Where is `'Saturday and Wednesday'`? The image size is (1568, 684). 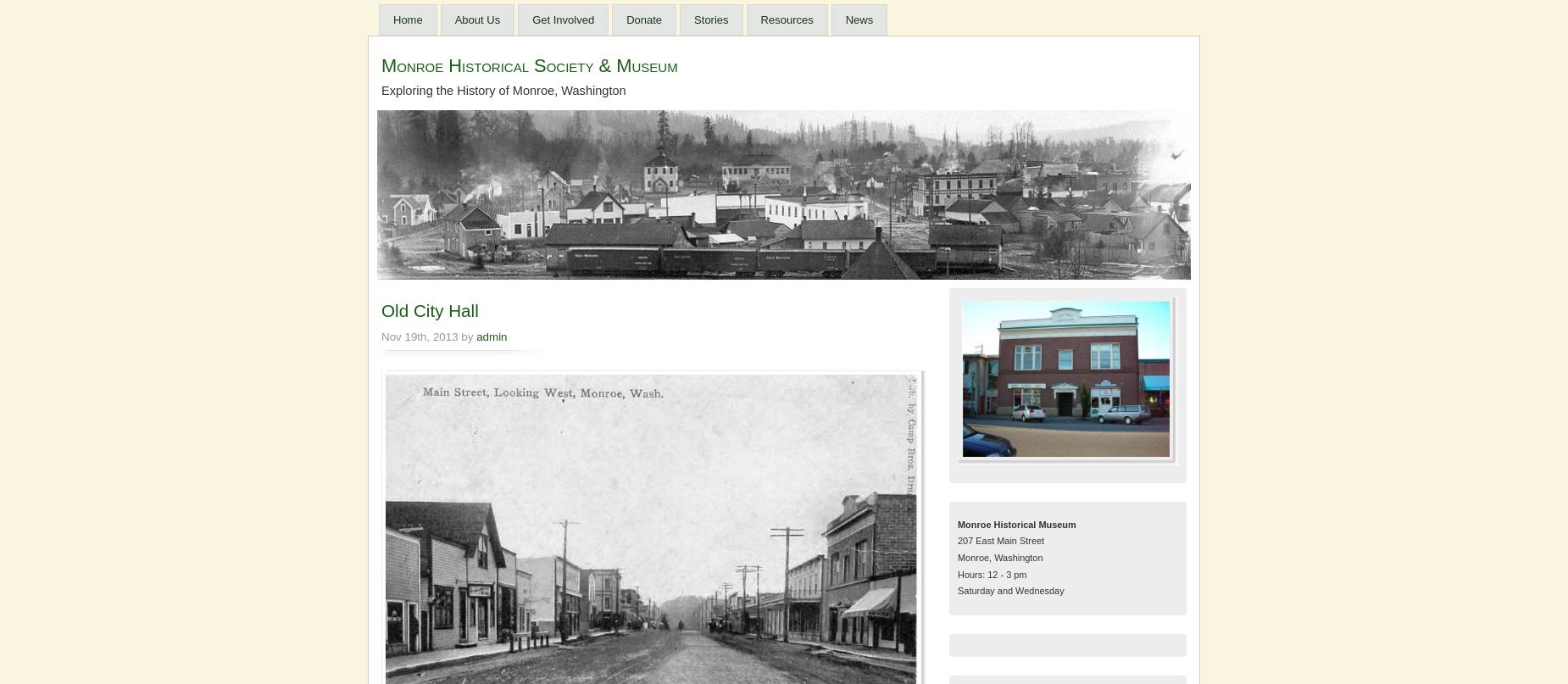
'Saturday and Wednesday' is located at coordinates (1009, 591).